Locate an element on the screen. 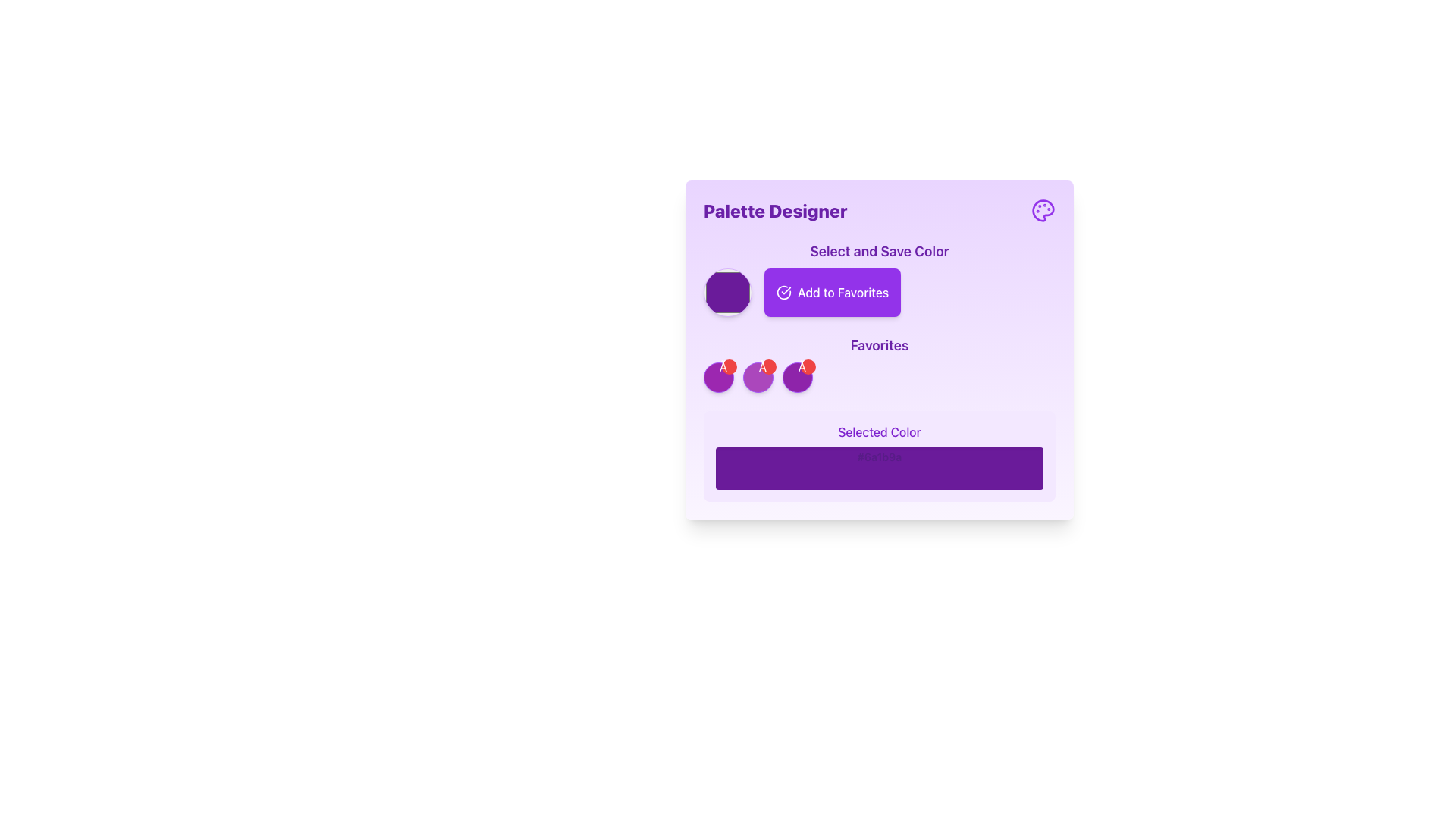 The height and width of the screenshot is (819, 1456). the circular icon with a checkmark located to the left of the 'Add to Favorites' text, part of the button group in the 'Palette Designer' section is located at coordinates (783, 292).